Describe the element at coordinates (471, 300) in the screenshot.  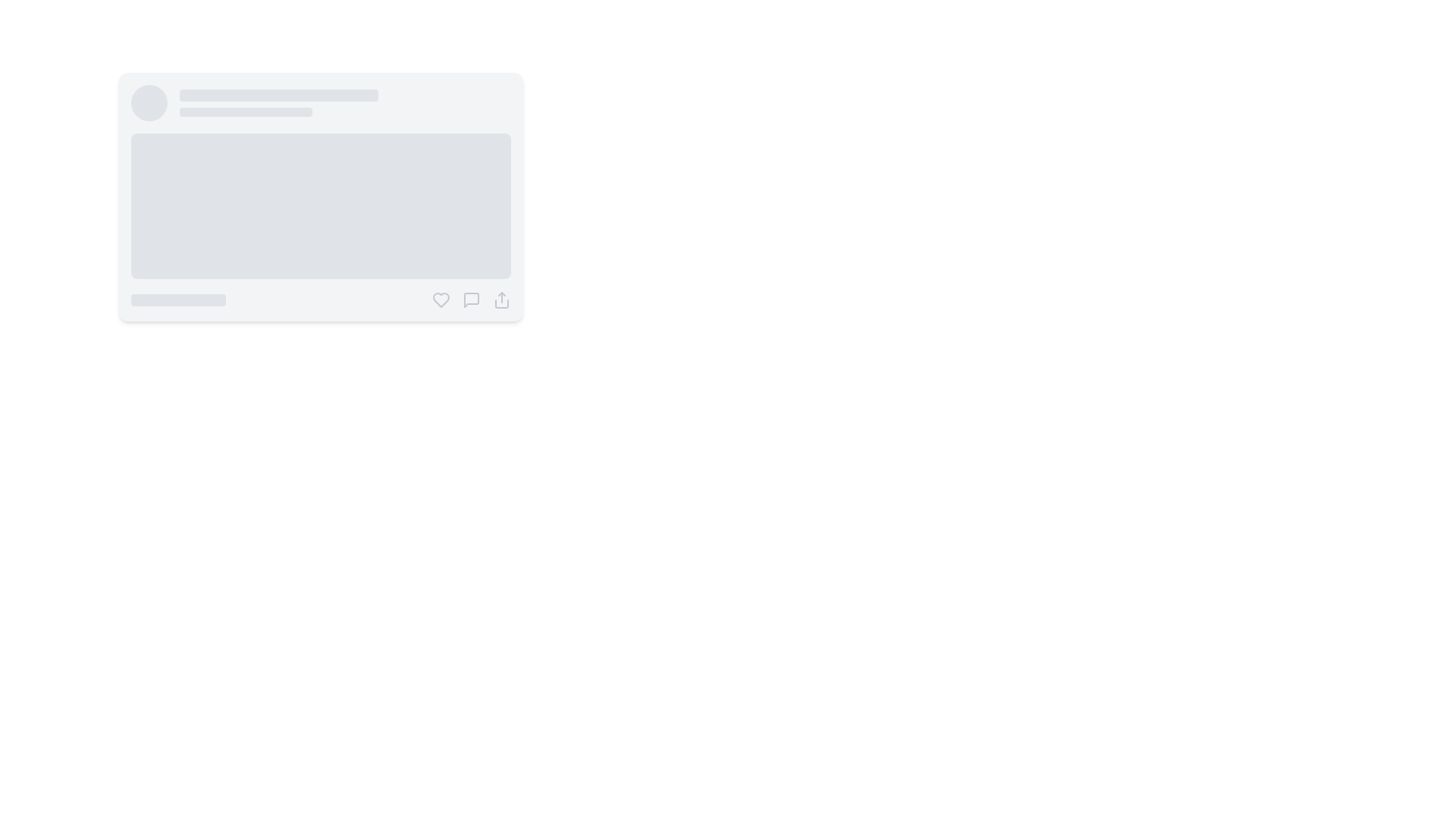
I see `the speech bubble icon located to the left of the heart icon in the interactive section at the bottom right of the card` at that location.